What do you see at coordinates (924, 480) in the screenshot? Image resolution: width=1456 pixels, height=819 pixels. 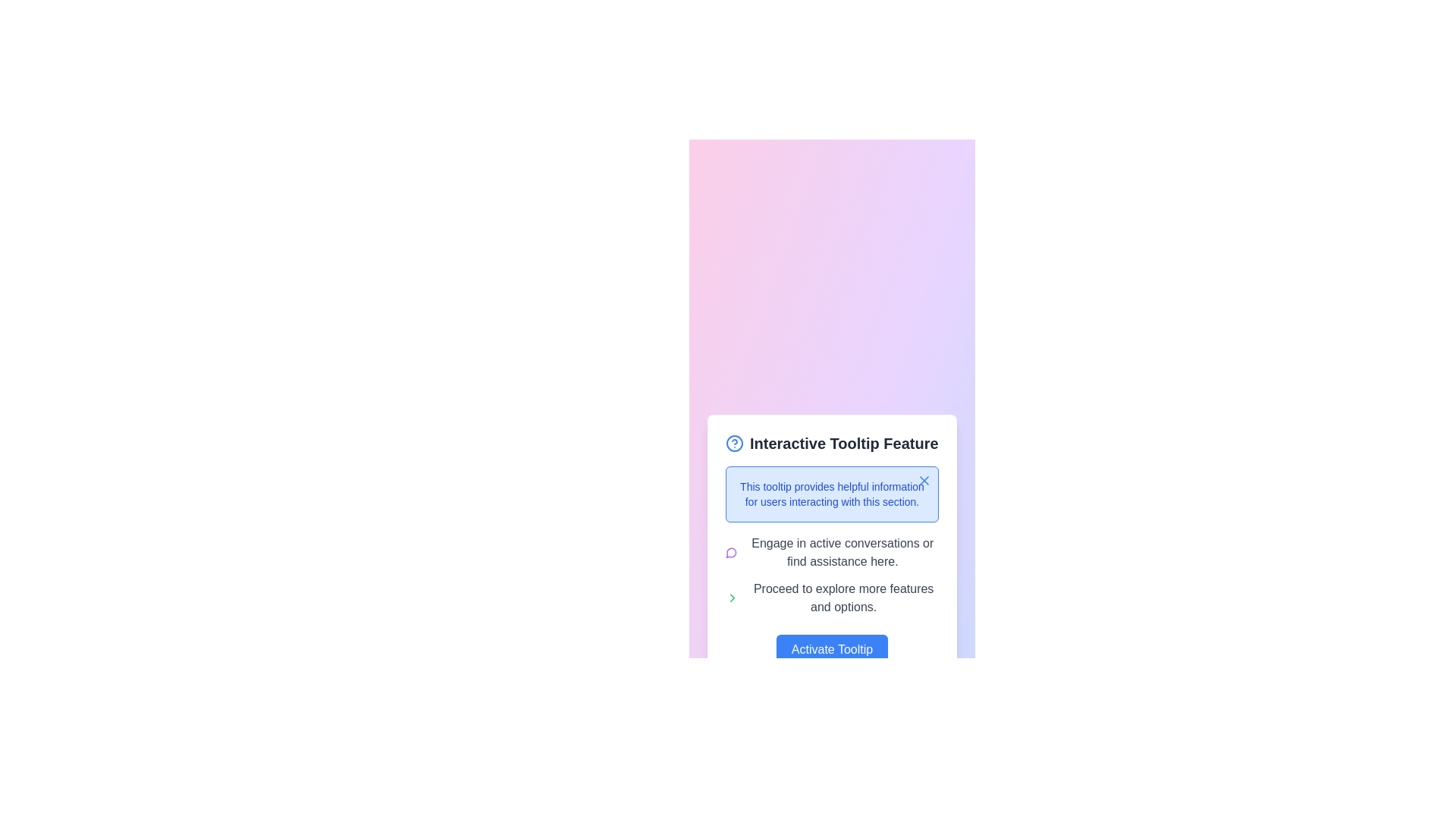 I see `the small 'X' icon located at the top-right corner of the interactive tooltip interface` at bounding box center [924, 480].